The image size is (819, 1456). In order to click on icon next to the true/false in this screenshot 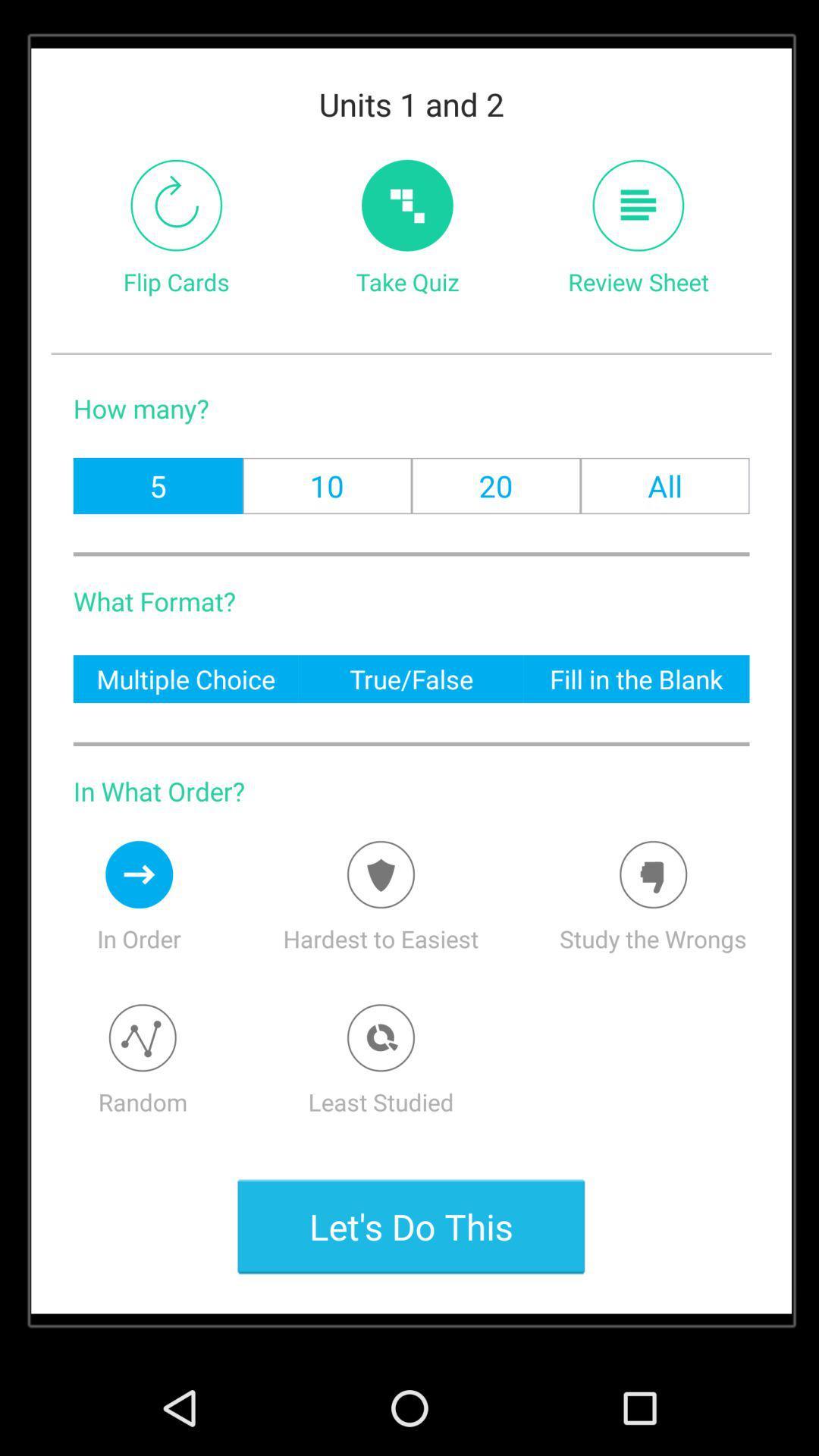, I will do `click(185, 678)`.